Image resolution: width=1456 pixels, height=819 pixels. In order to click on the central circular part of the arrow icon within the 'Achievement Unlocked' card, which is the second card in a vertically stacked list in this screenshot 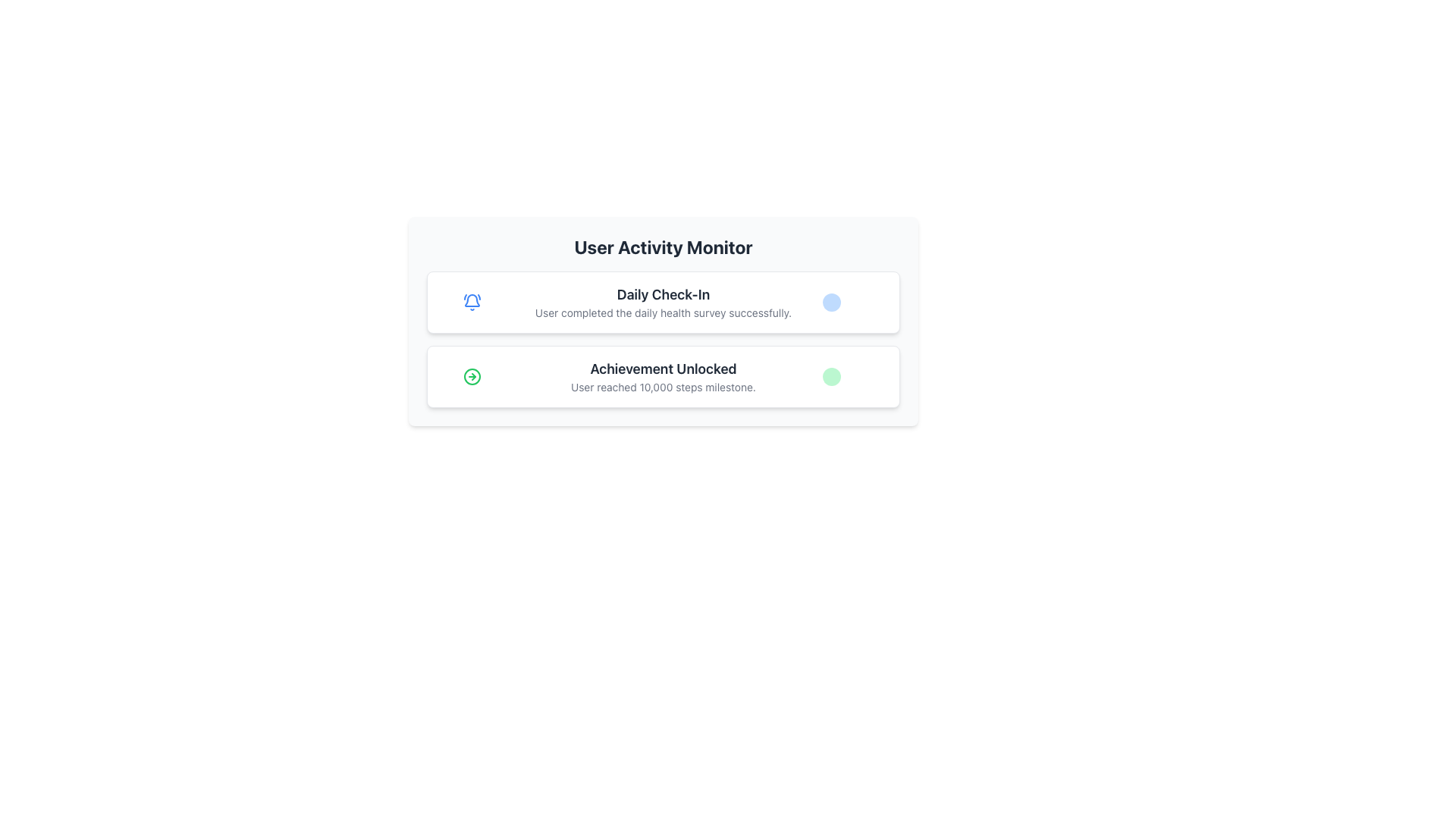, I will do `click(471, 376)`.